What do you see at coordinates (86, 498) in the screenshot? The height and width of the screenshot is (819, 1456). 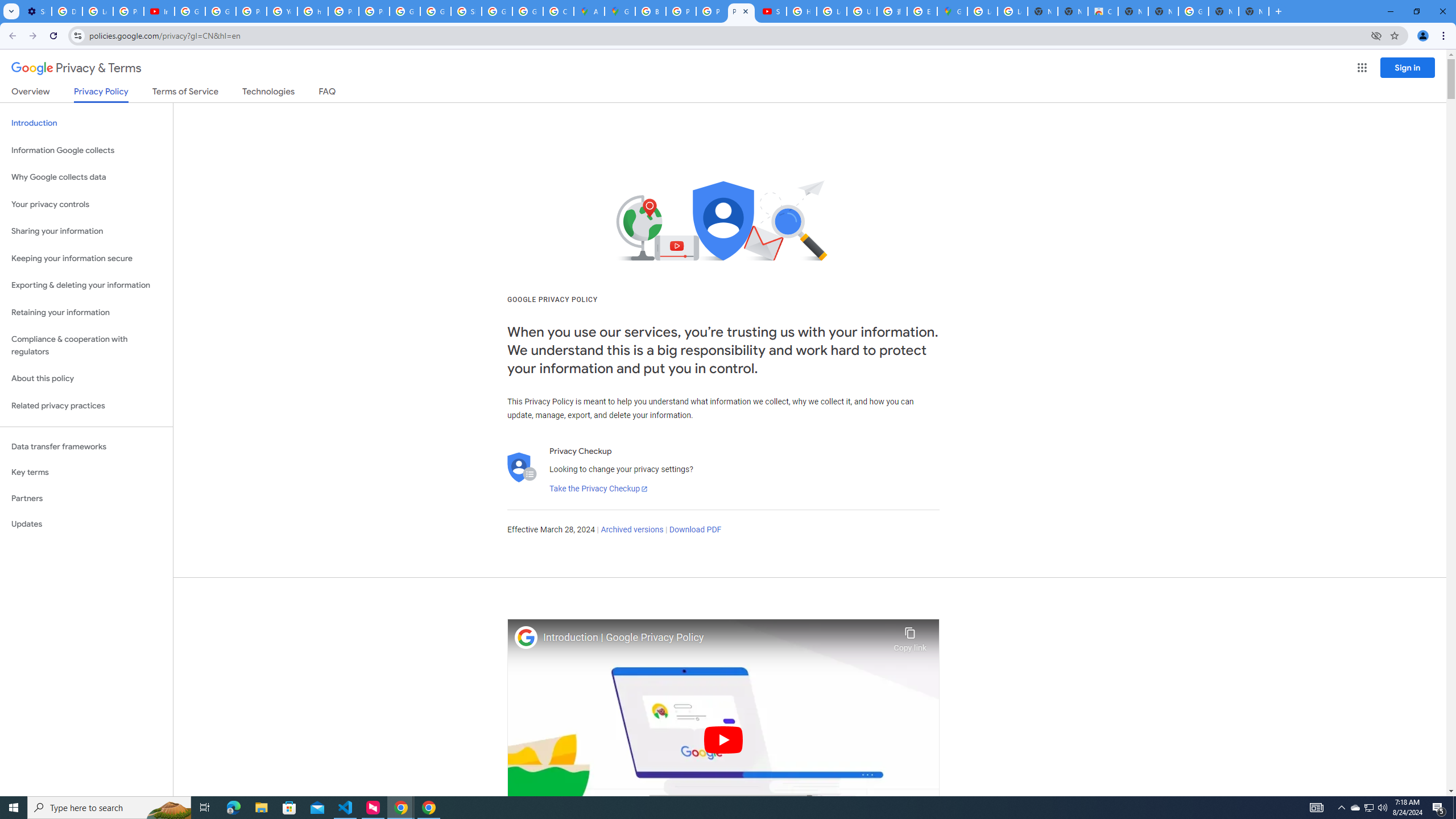 I see `'Partners'` at bounding box center [86, 498].